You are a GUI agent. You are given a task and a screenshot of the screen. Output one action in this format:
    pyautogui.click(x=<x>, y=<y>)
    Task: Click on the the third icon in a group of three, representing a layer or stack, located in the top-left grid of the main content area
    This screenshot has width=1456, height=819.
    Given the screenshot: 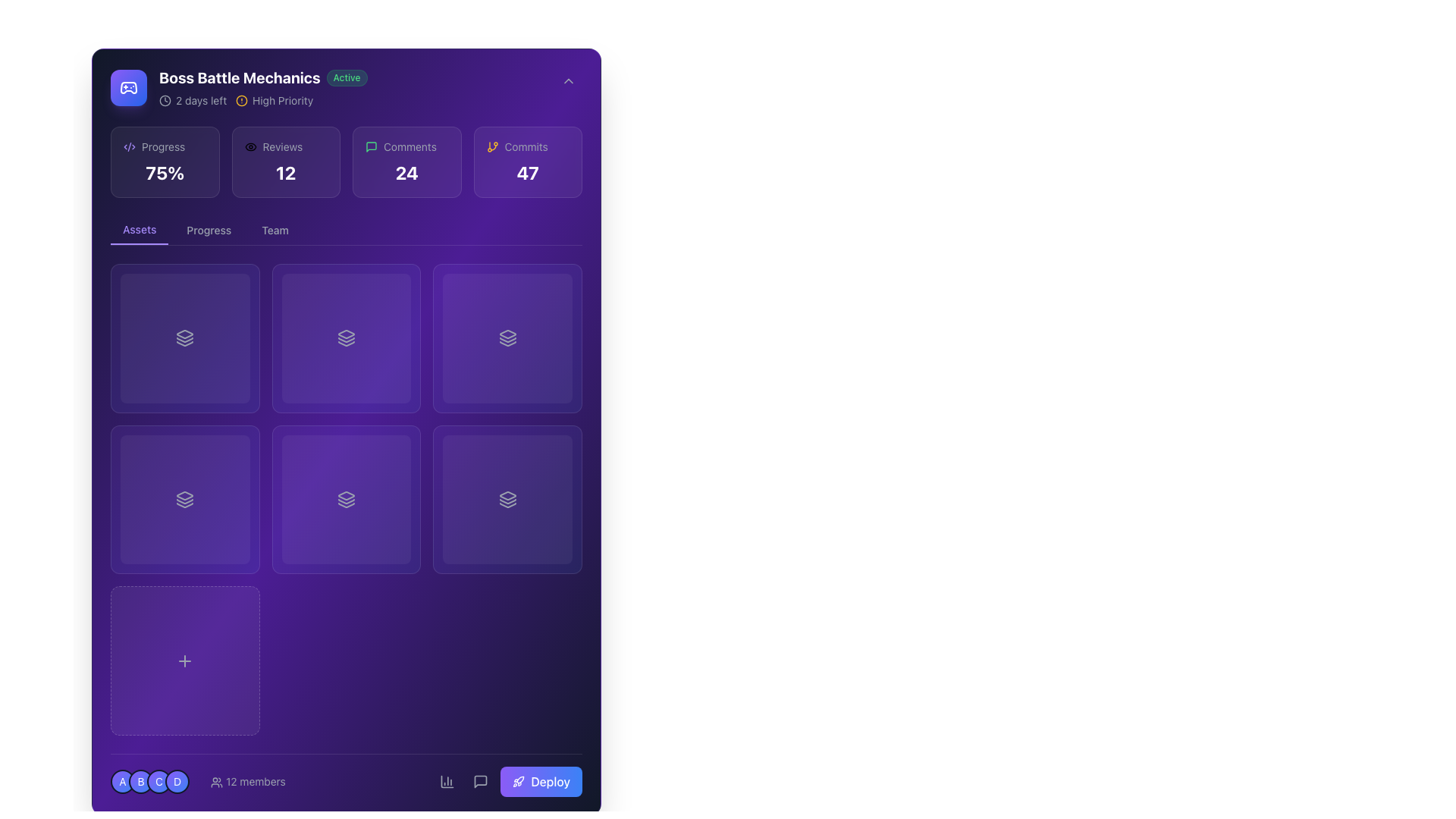 What is the action you would take?
    pyautogui.click(x=184, y=344)
    